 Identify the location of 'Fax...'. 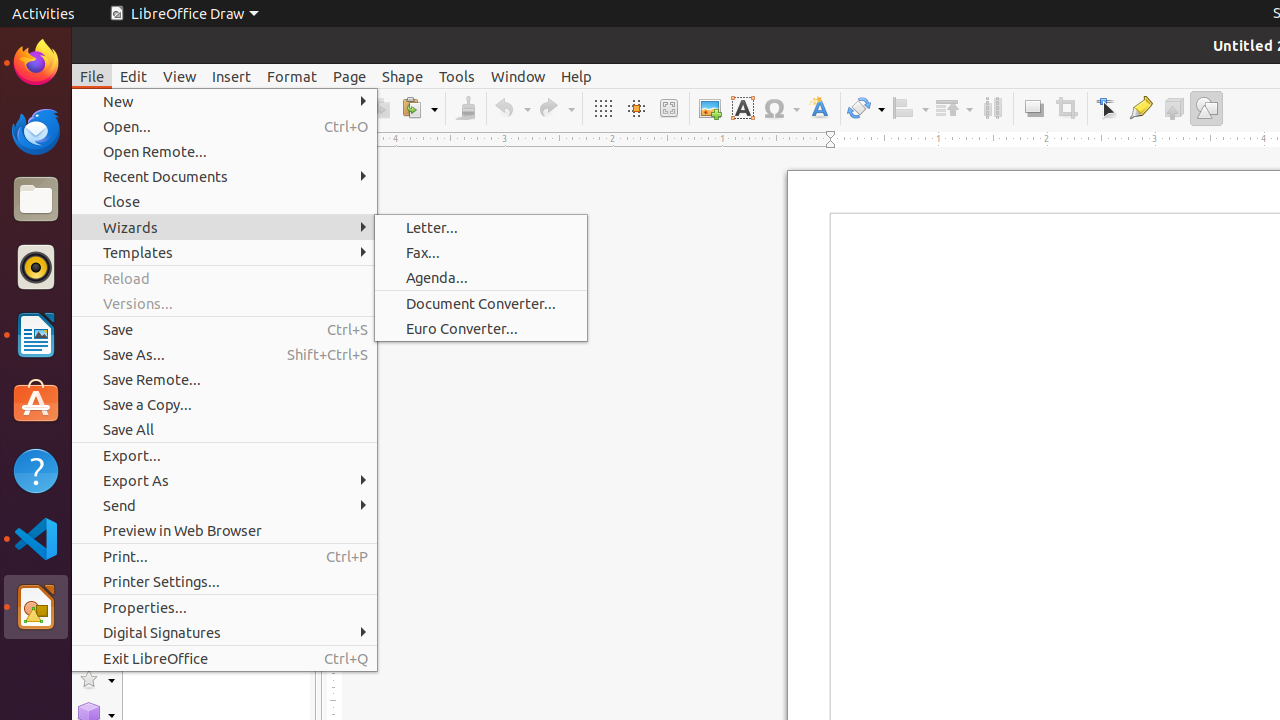
(481, 251).